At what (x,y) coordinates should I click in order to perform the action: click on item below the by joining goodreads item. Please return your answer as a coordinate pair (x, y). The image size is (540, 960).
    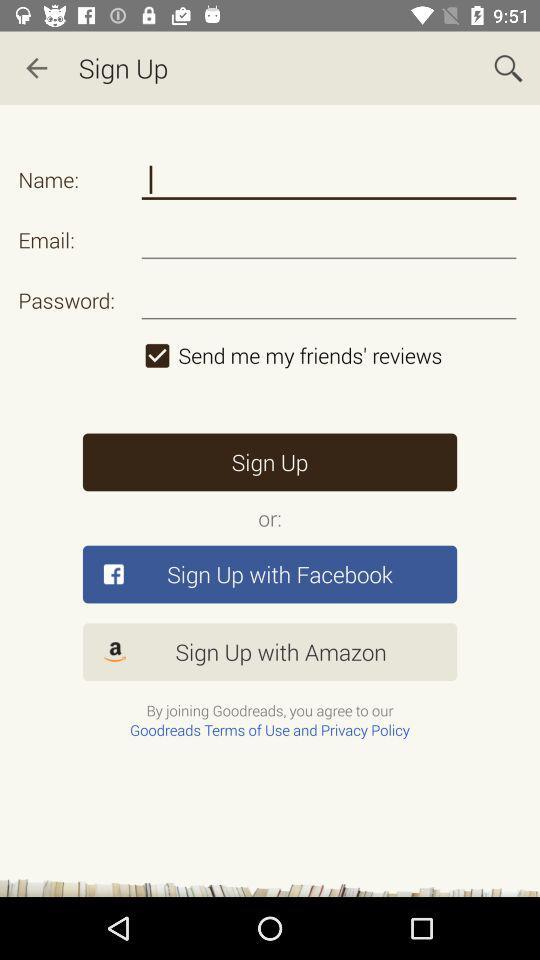
    Looking at the image, I should click on (270, 729).